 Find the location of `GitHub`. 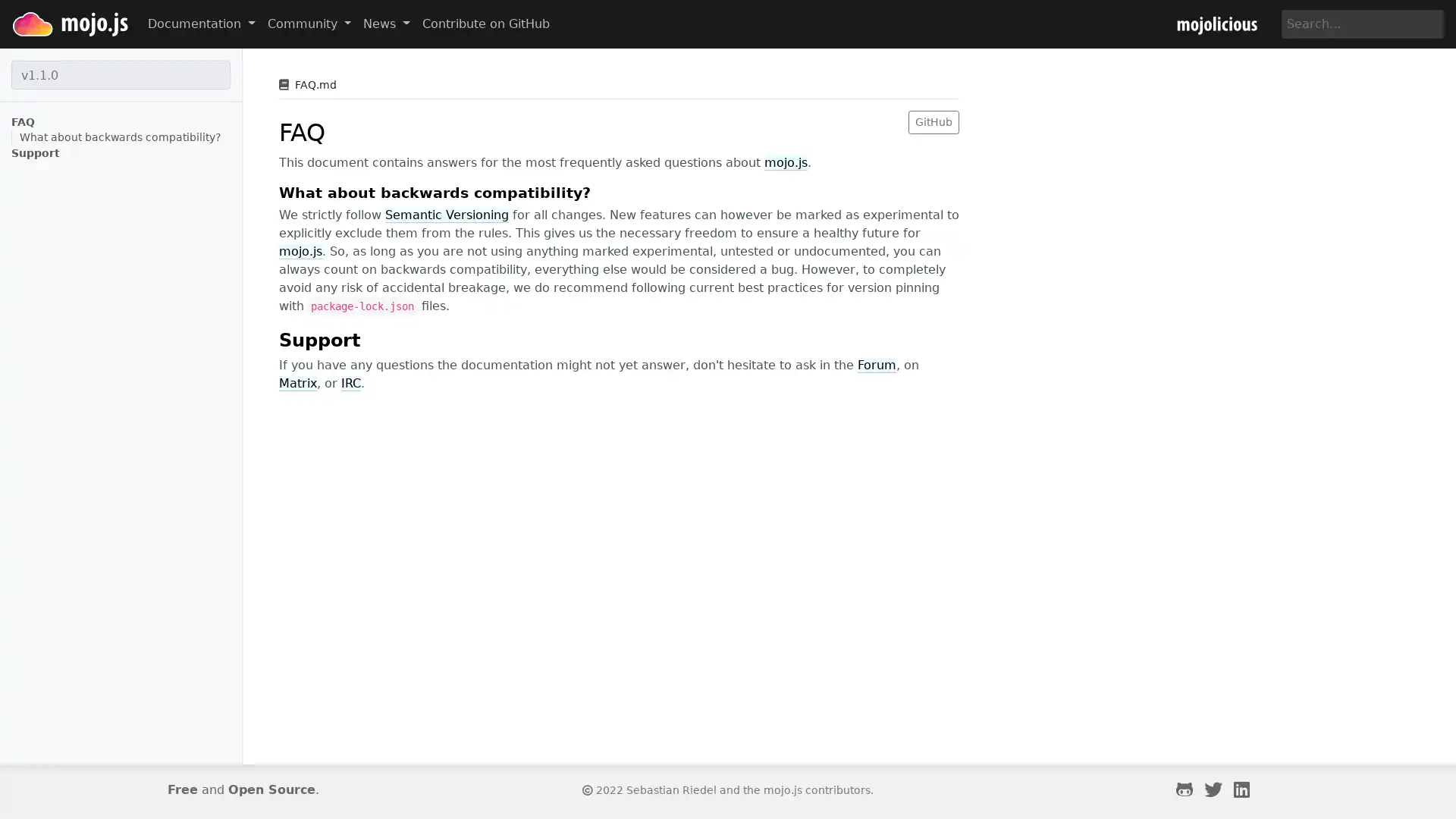

GitHub is located at coordinates (933, 121).